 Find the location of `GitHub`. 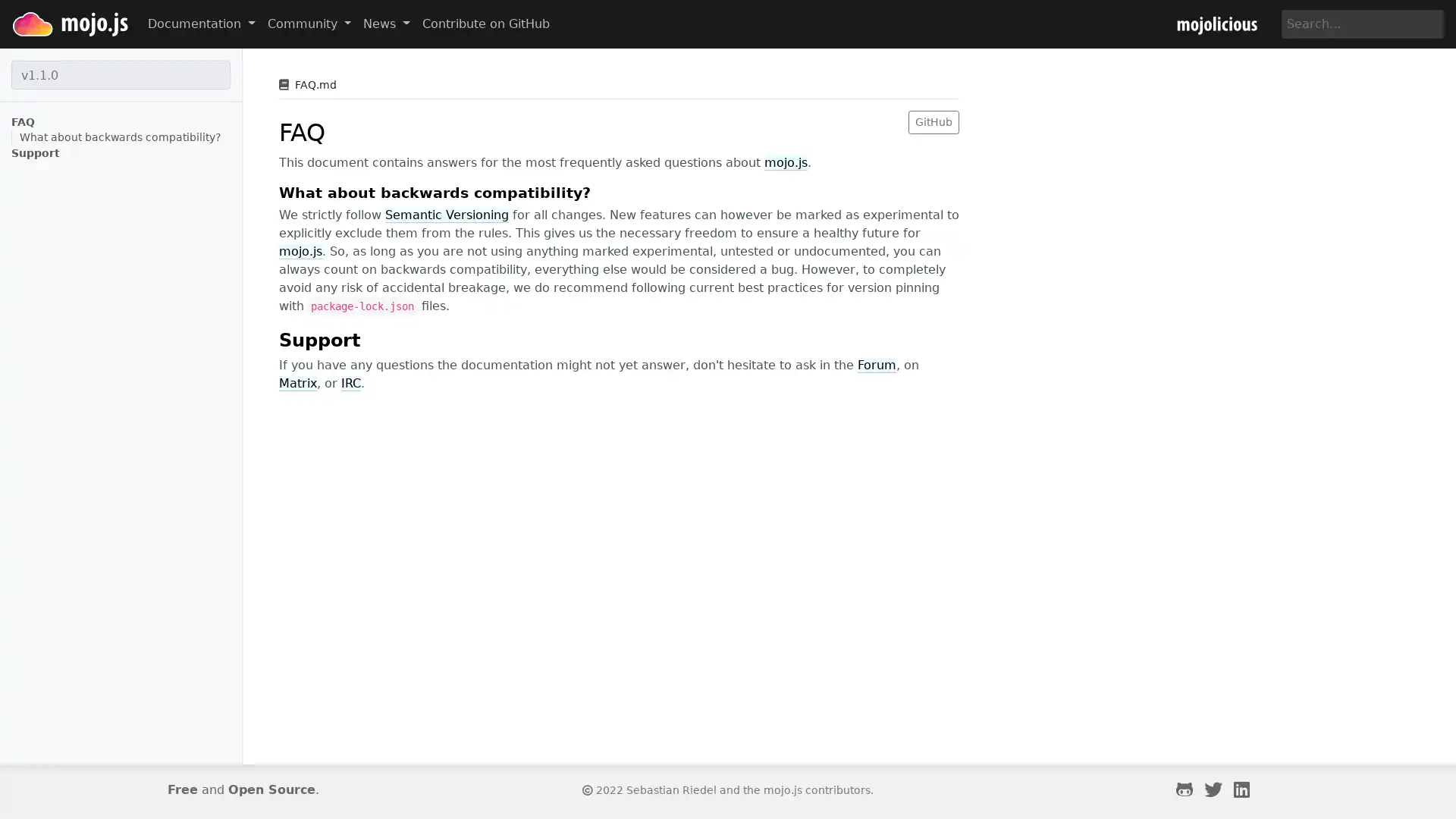

GitHub is located at coordinates (933, 121).